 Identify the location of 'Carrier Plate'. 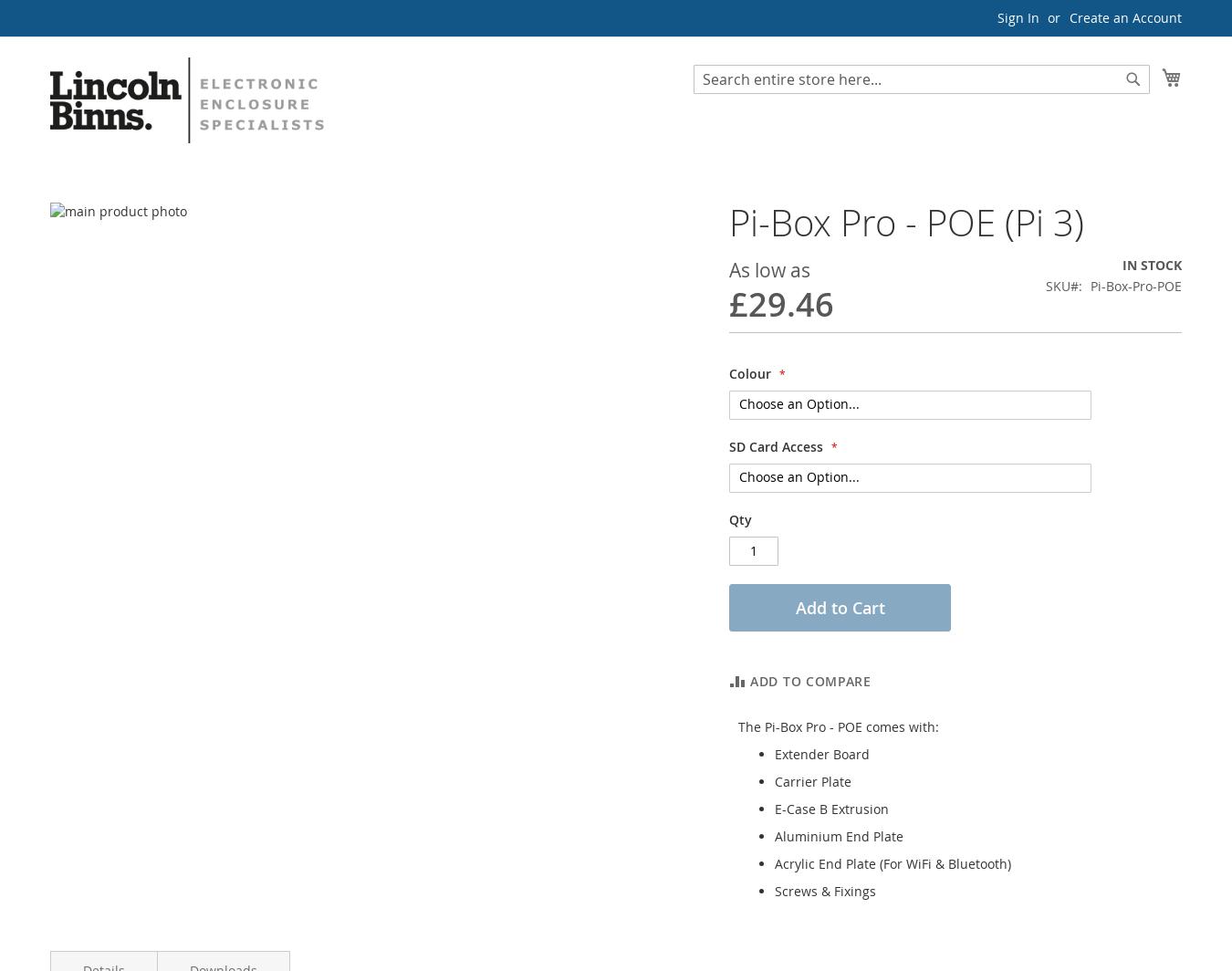
(813, 780).